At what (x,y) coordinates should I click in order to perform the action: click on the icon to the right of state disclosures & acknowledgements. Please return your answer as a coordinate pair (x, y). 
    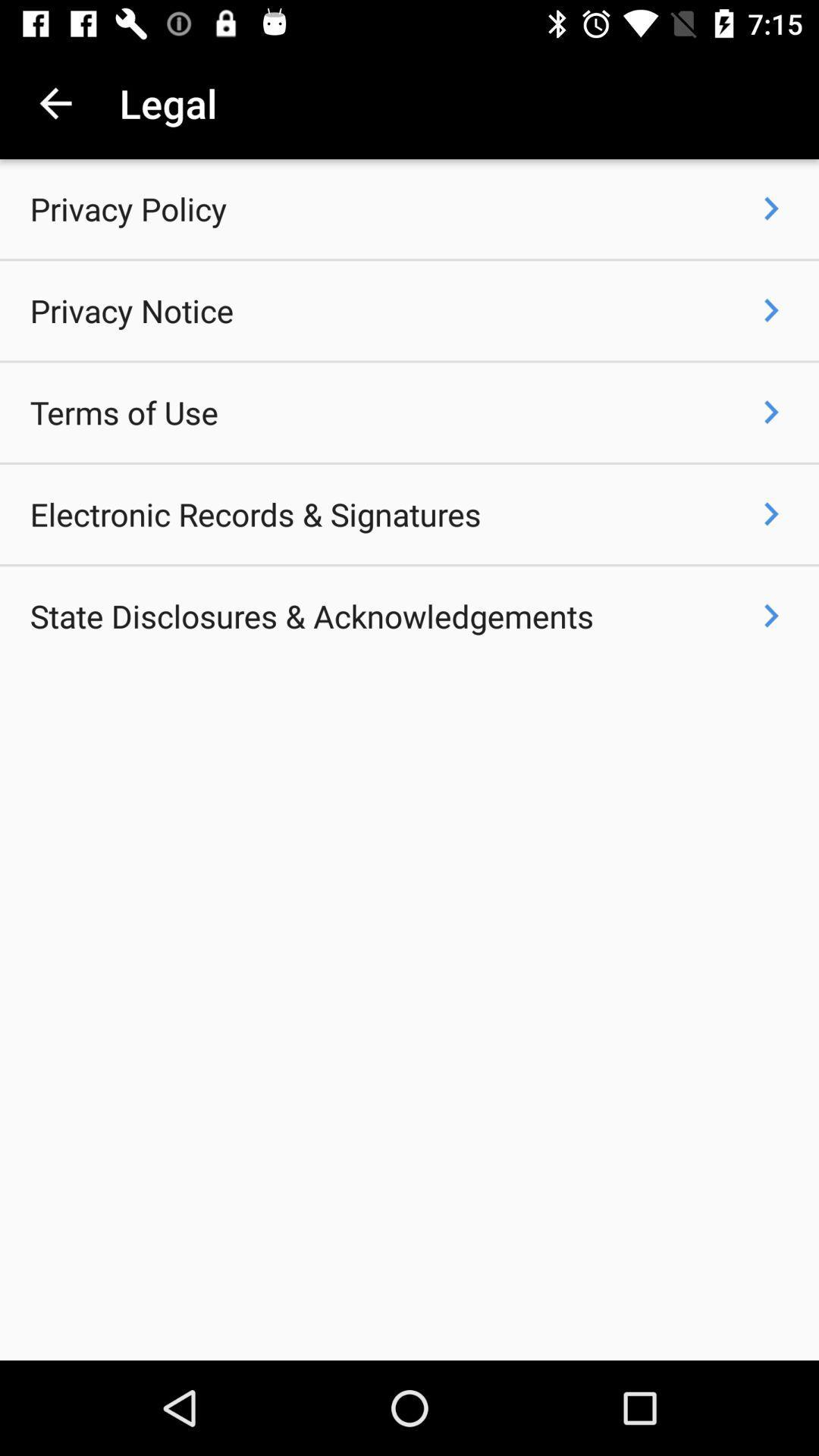
    Looking at the image, I should click on (771, 616).